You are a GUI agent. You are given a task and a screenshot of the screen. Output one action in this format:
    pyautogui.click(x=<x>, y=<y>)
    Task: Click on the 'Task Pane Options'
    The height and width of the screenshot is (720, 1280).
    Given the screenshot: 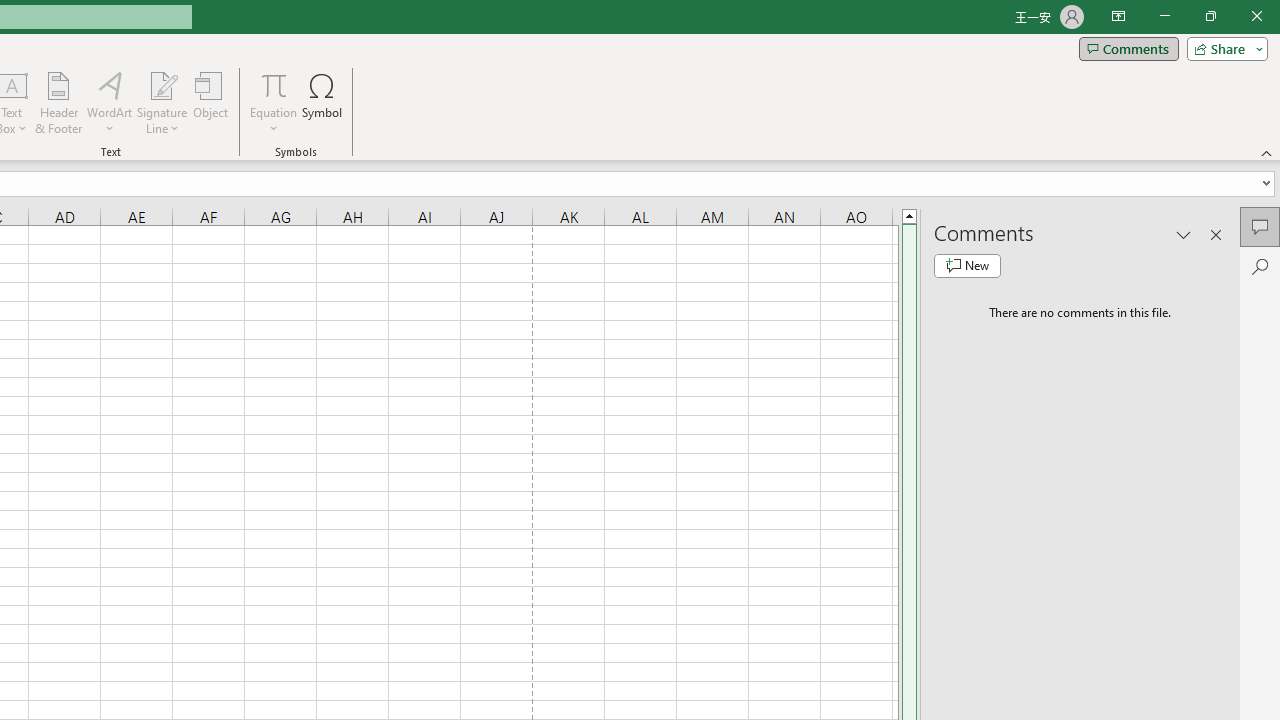 What is the action you would take?
    pyautogui.click(x=1184, y=234)
    